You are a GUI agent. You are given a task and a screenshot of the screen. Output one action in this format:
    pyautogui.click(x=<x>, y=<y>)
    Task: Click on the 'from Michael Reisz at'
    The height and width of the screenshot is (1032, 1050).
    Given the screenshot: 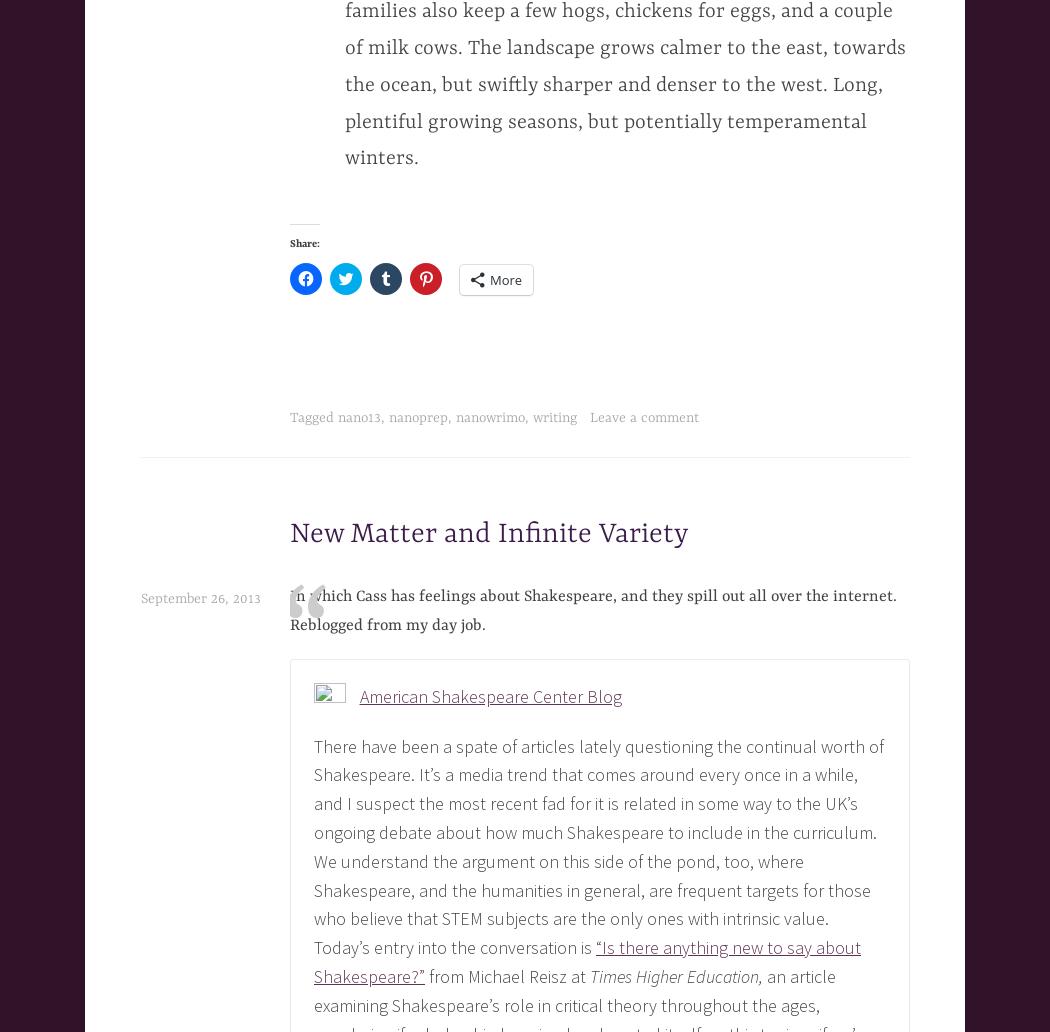 What is the action you would take?
    pyautogui.click(x=424, y=975)
    